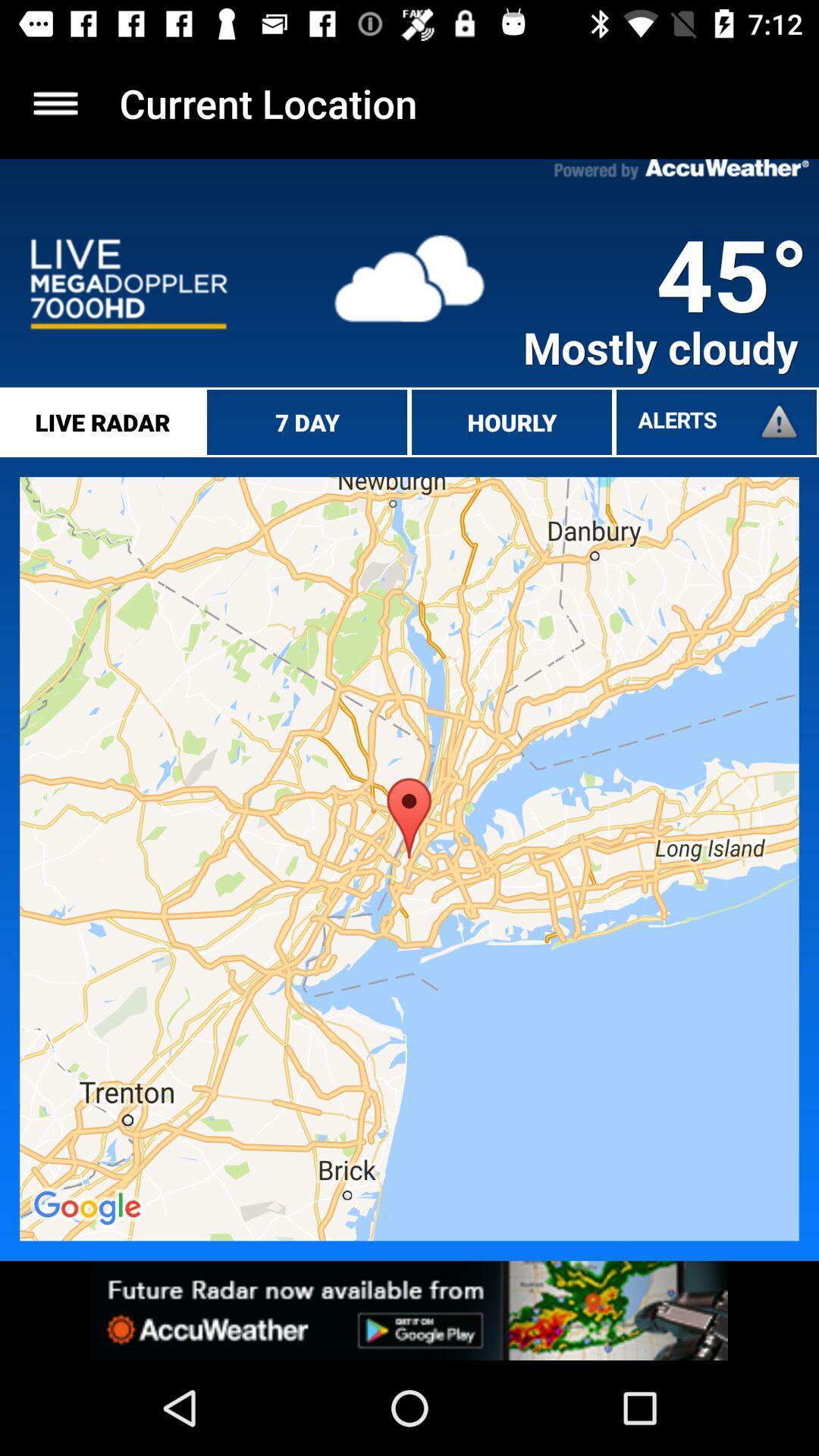 The image size is (819, 1456). Describe the element at coordinates (55, 102) in the screenshot. I see `the menu icon` at that location.